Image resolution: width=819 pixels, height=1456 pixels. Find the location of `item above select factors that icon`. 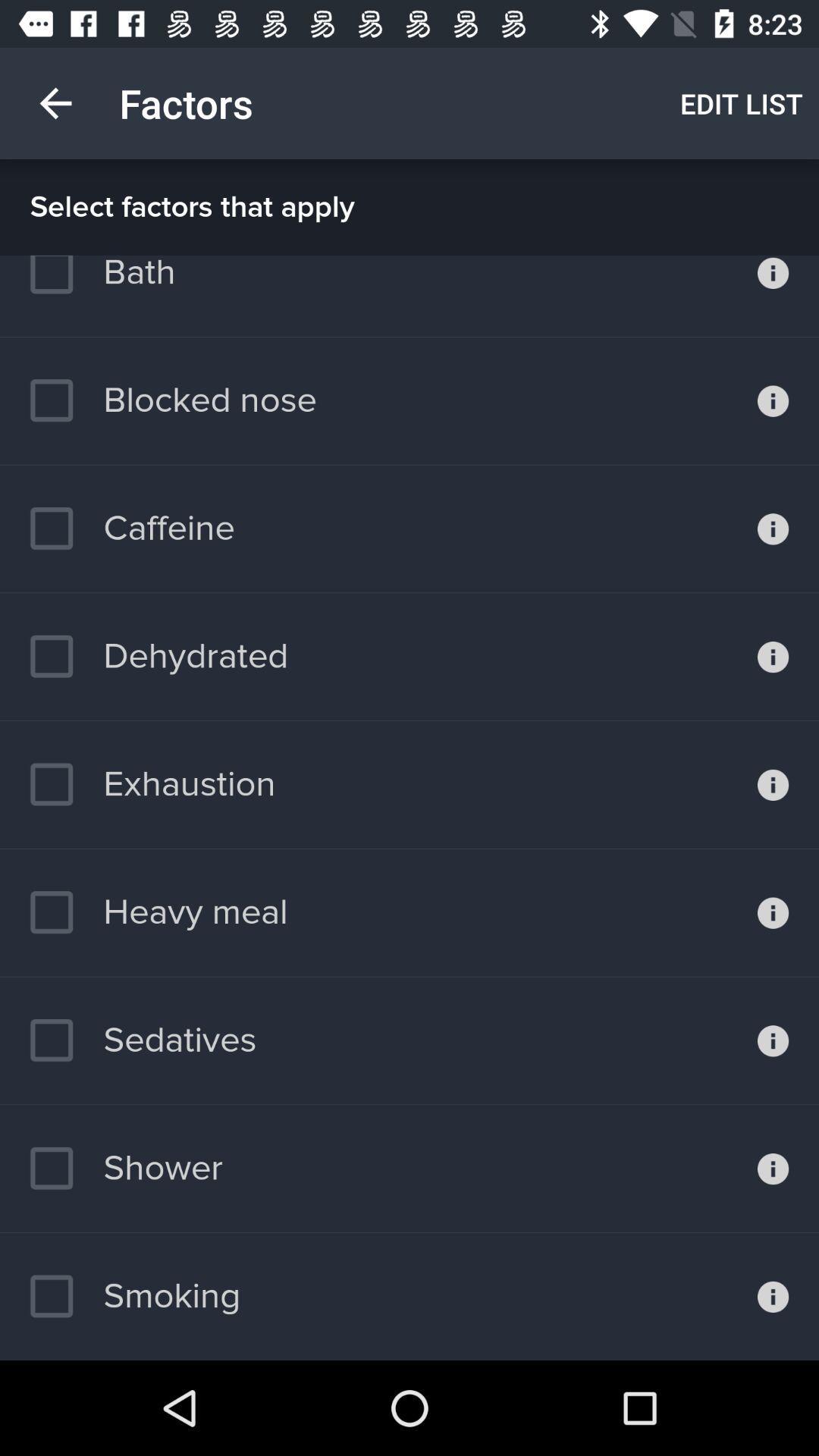

item above select factors that icon is located at coordinates (55, 102).